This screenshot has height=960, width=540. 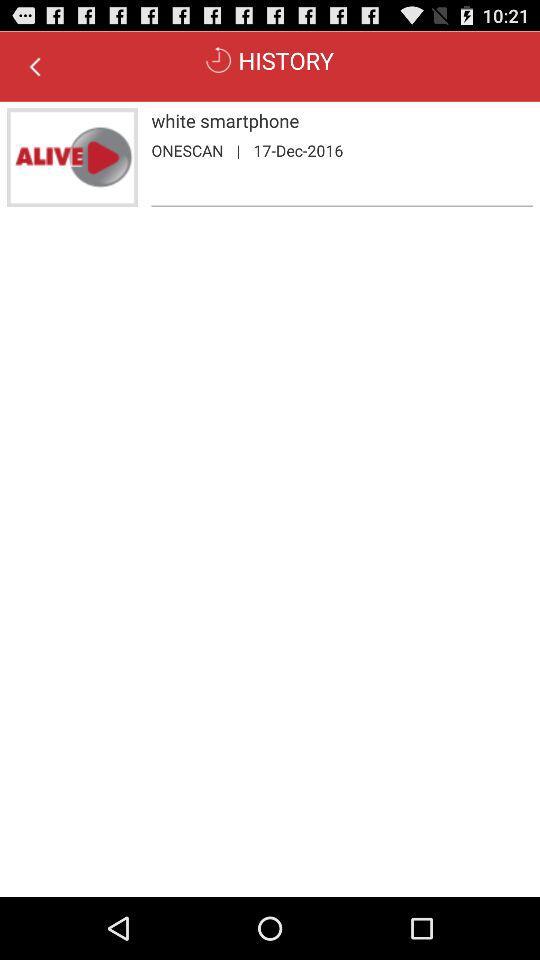 I want to click on the app to the left of white smartphone, so click(x=71, y=156).